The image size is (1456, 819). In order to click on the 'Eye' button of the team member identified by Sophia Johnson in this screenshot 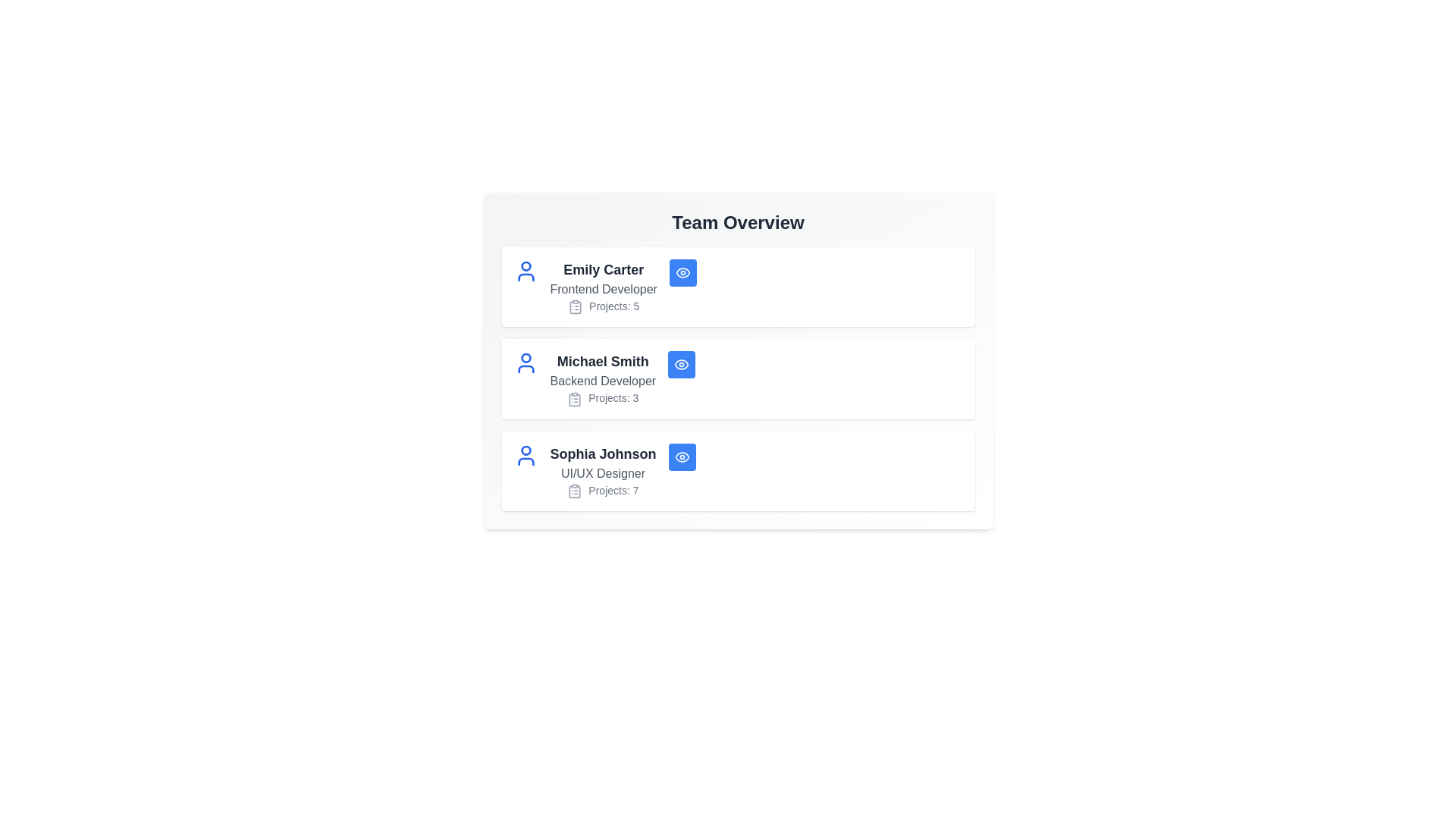, I will do `click(681, 456)`.